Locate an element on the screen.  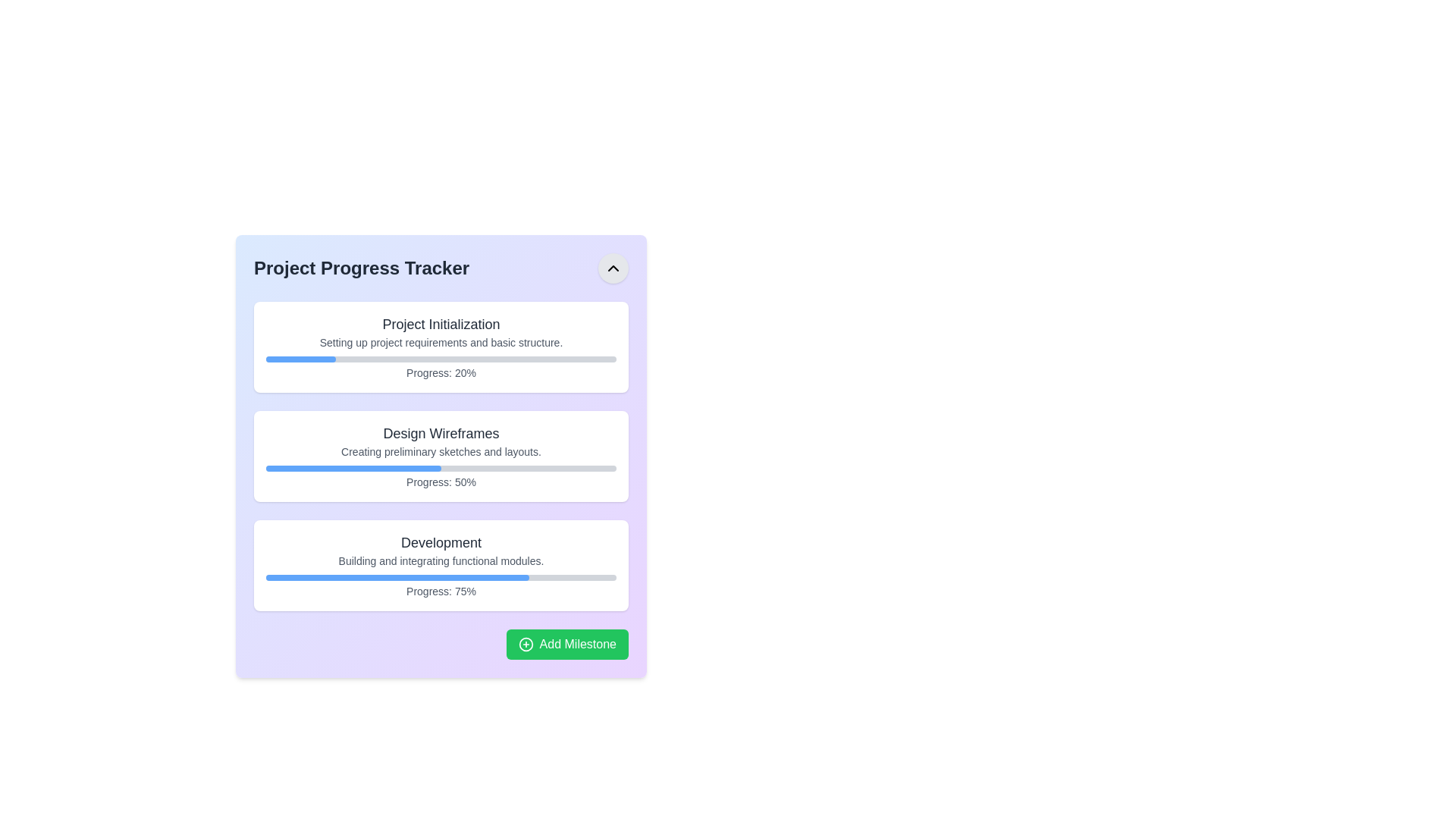
the progress bar that visually represents the progress of the 'Development' task, indicating that 75% of the task has been completed is located at coordinates (440, 578).